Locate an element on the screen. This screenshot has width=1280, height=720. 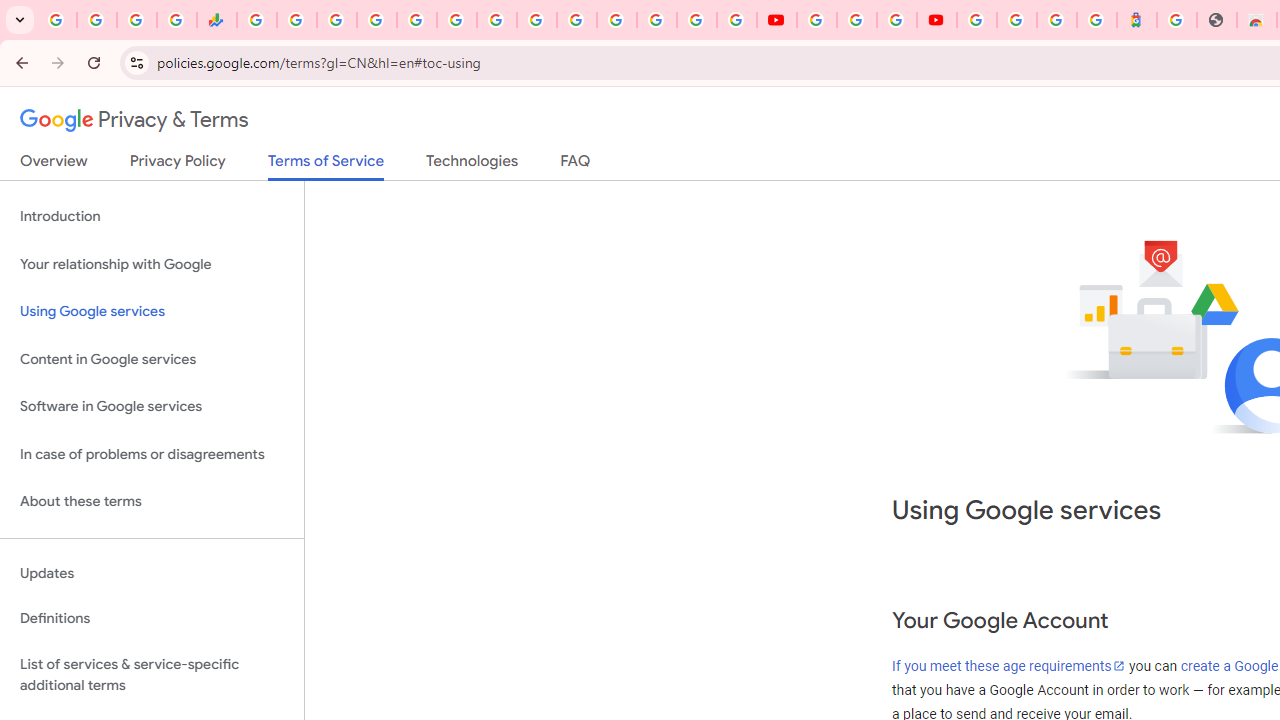
'Sign in - Google Accounts' is located at coordinates (977, 20).